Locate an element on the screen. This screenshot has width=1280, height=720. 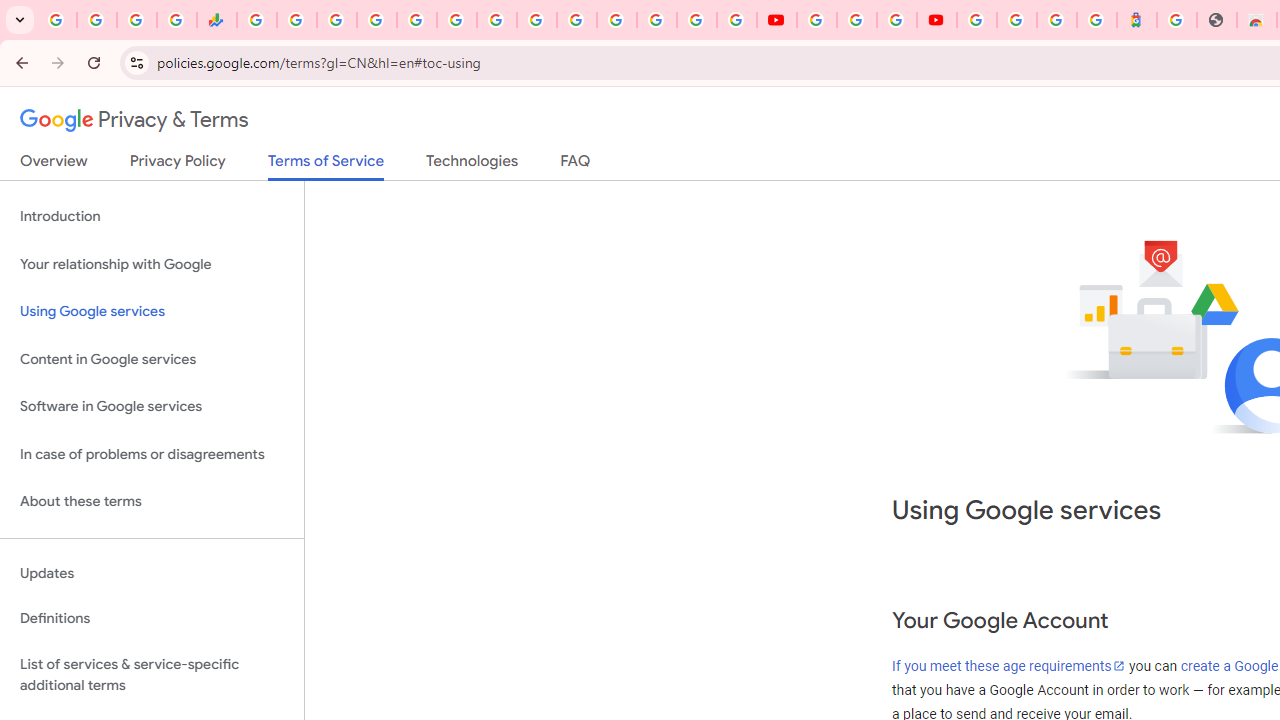
'Sign in - Google Accounts' is located at coordinates (977, 20).